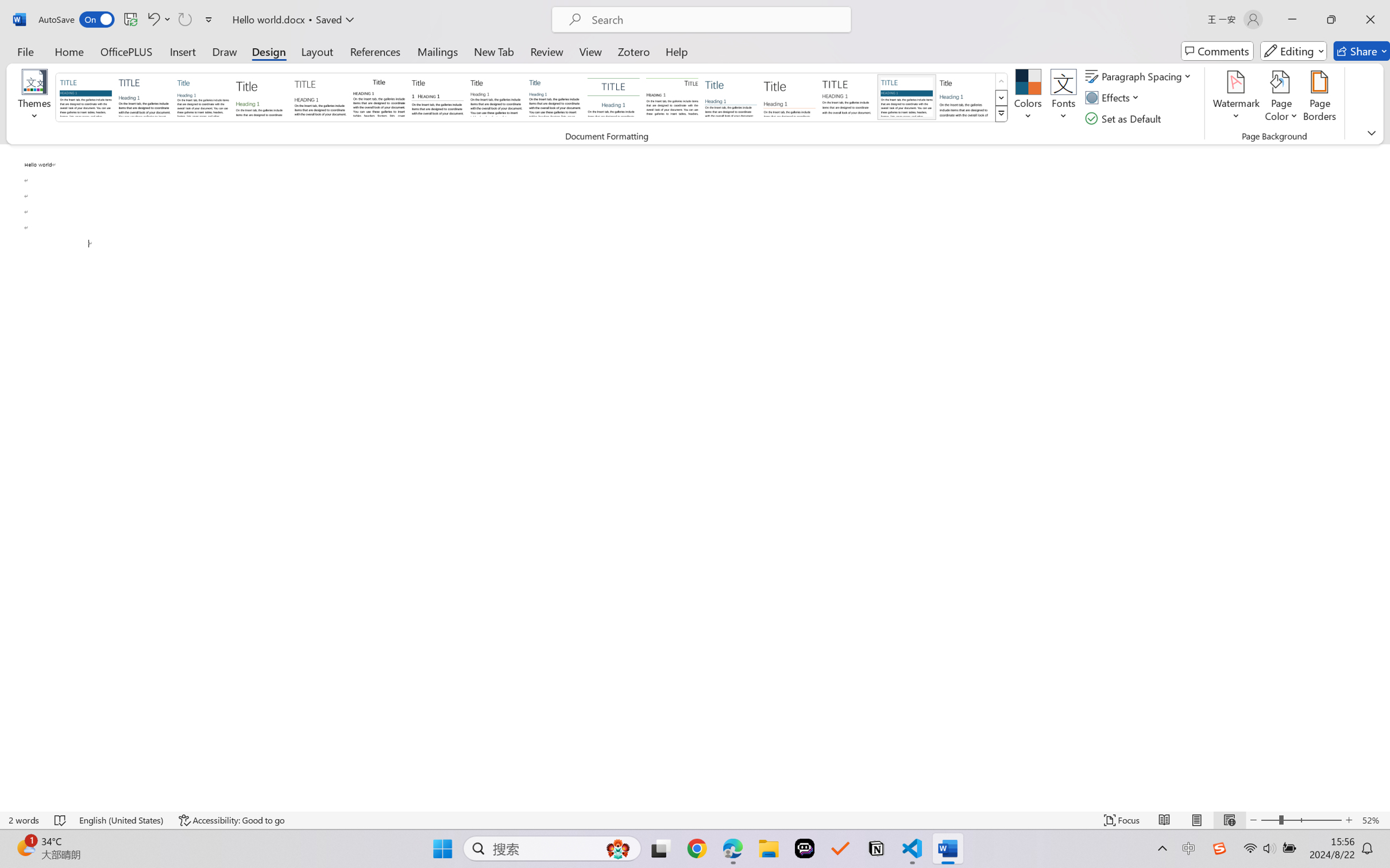 The height and width of the screenshot is (868, 1390). Describe the element at coordinates (618, 848) in the screenshot. I see `'AutomationID: DynamicSearchBoxGleamImage'` at that location.